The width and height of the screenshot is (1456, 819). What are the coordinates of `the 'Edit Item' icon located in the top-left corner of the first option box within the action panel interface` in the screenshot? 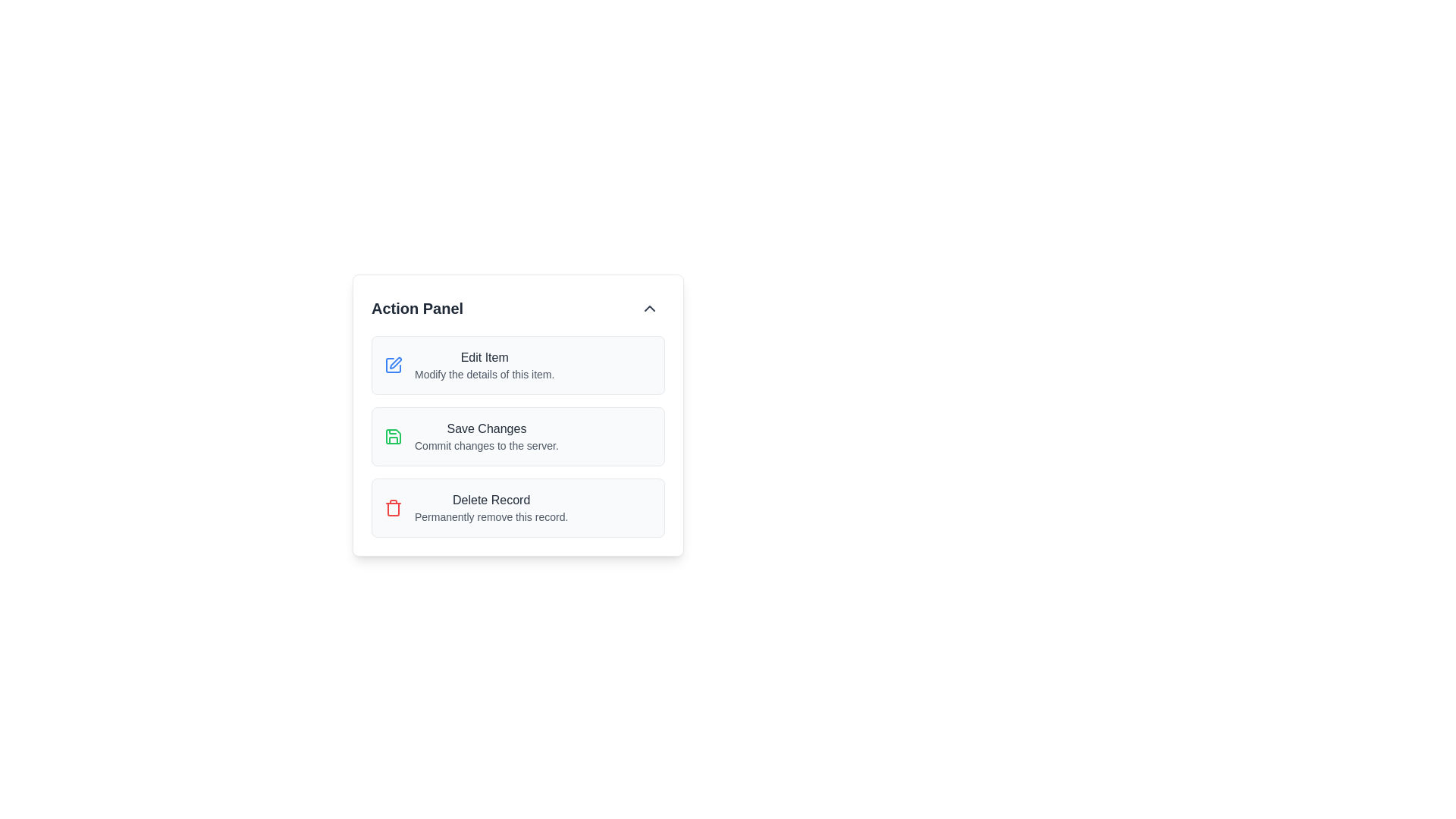 It's located at (393, 366).